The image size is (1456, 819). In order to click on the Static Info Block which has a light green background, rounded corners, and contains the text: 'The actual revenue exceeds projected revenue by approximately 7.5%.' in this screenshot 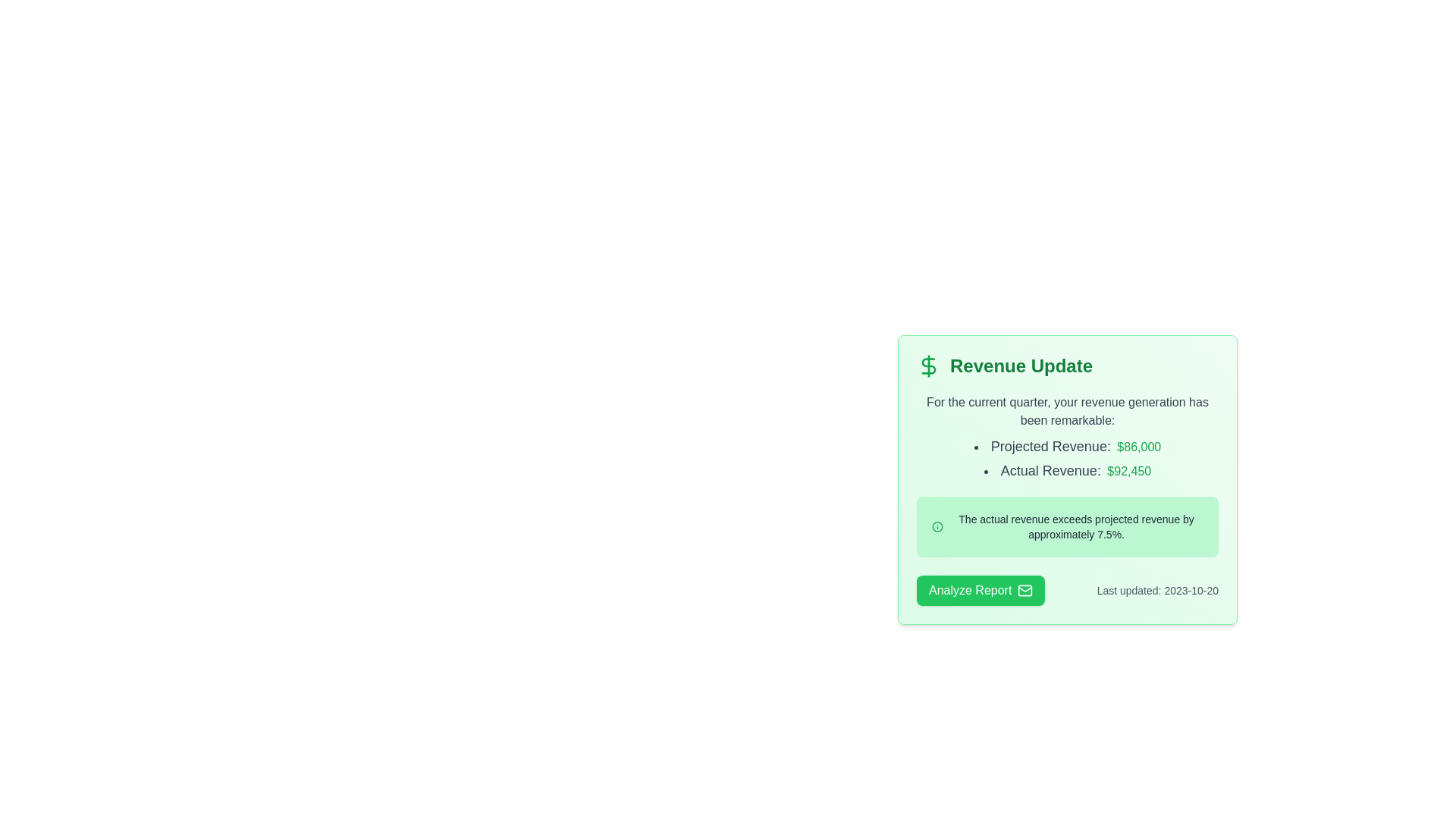, I will do `click(1066, 526)`.